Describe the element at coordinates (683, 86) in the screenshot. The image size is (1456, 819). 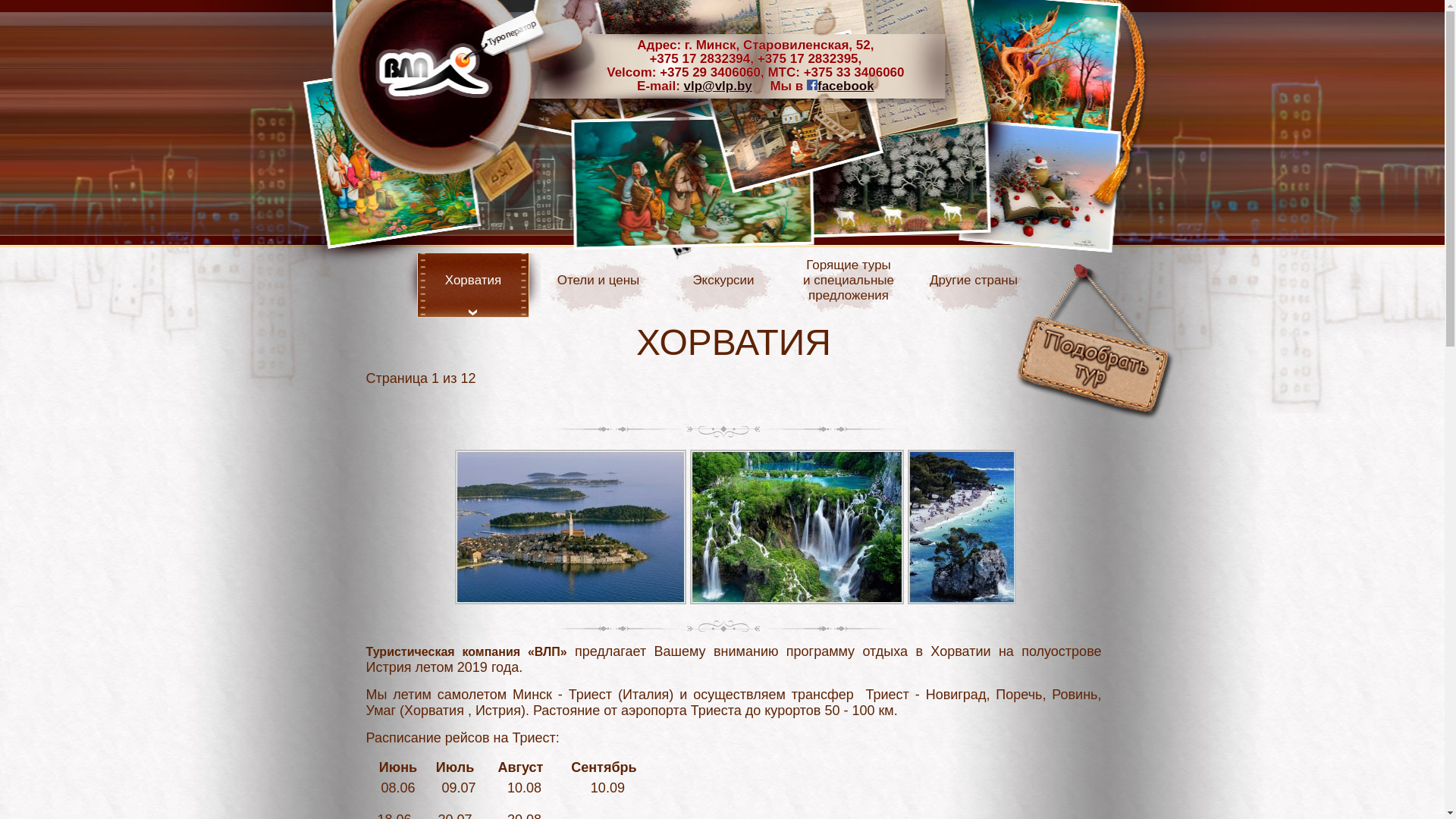
I see `'vlp@vlp.by'` at that location.